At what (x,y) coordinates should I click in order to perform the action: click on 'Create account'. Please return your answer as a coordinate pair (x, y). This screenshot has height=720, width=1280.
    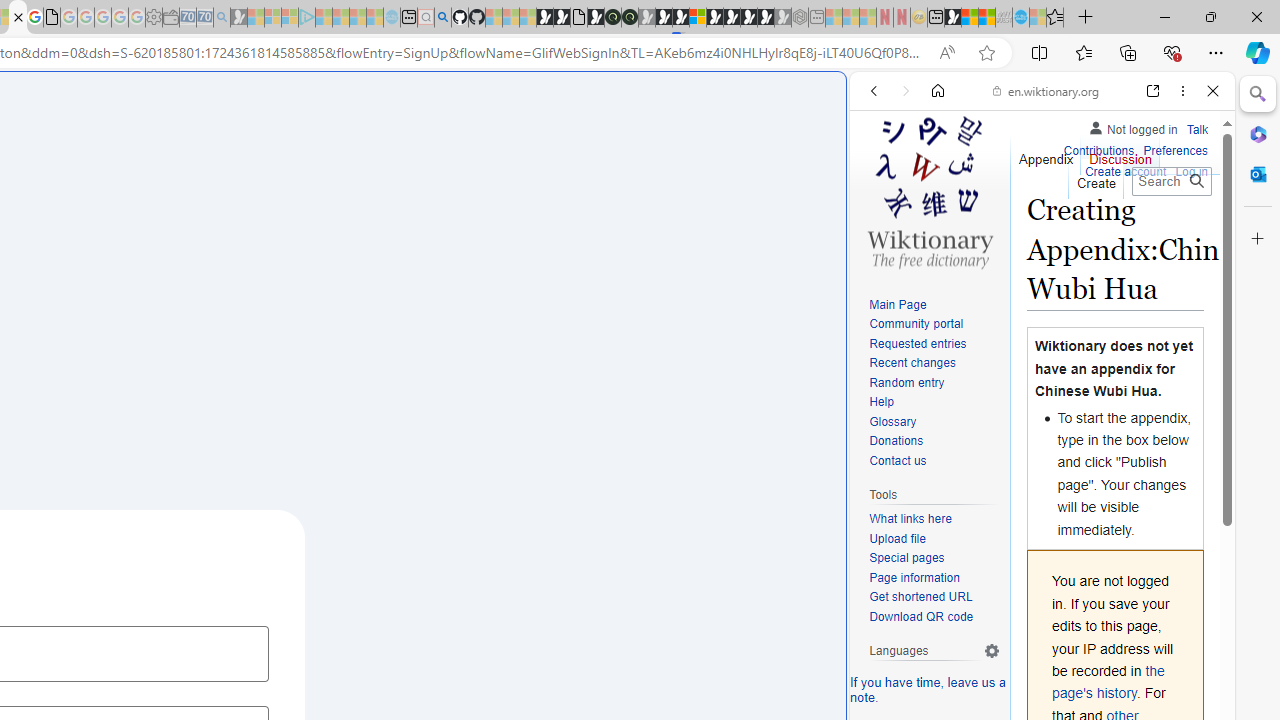
    Looking at the image, I should click on (1125, 171).